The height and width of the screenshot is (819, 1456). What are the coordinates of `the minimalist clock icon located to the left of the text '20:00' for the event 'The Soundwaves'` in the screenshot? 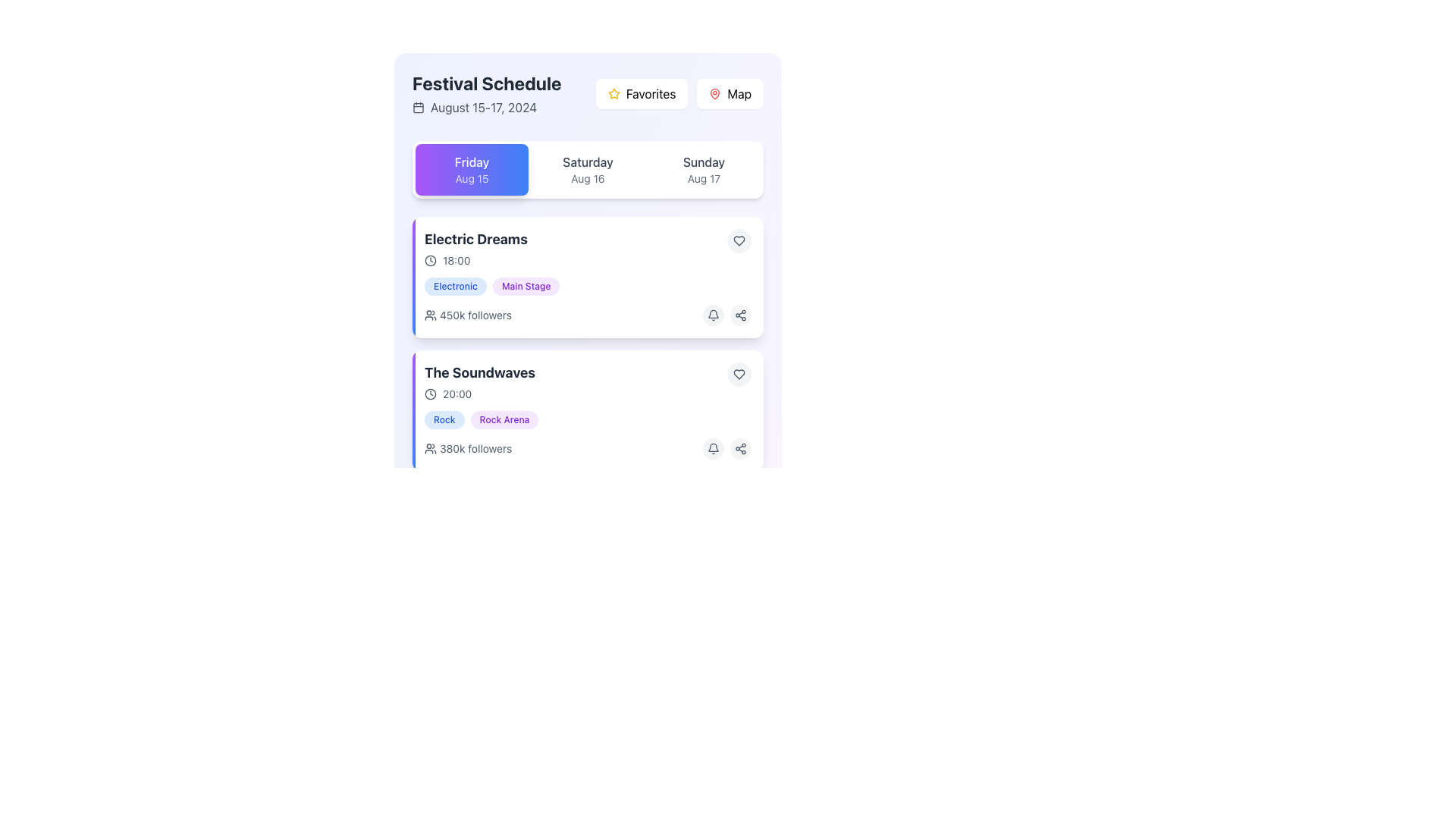 It's located at (429, 394).